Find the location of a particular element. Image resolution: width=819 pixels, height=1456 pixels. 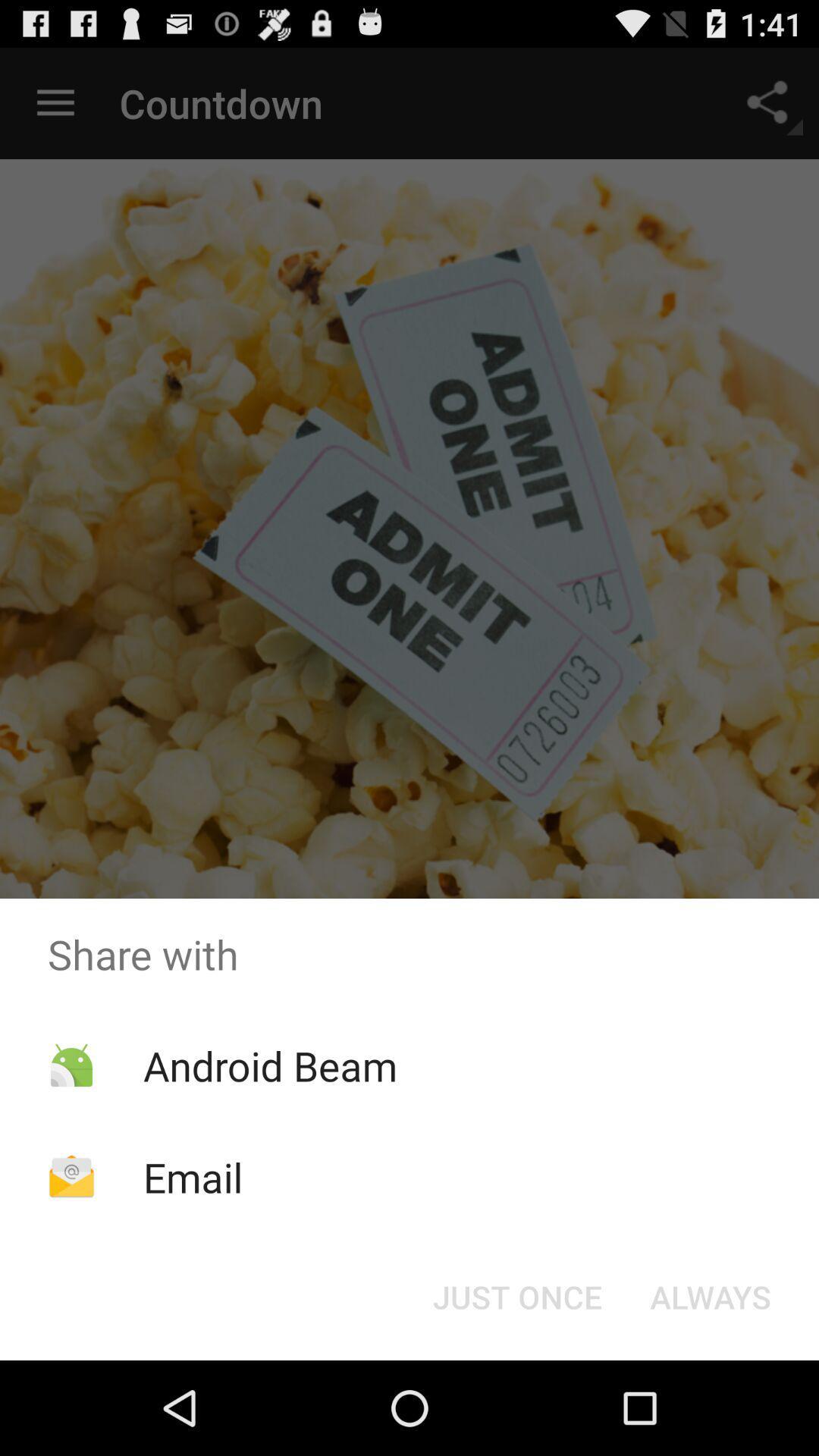

item to the left of always icon is located at coordinates (516, 1295).